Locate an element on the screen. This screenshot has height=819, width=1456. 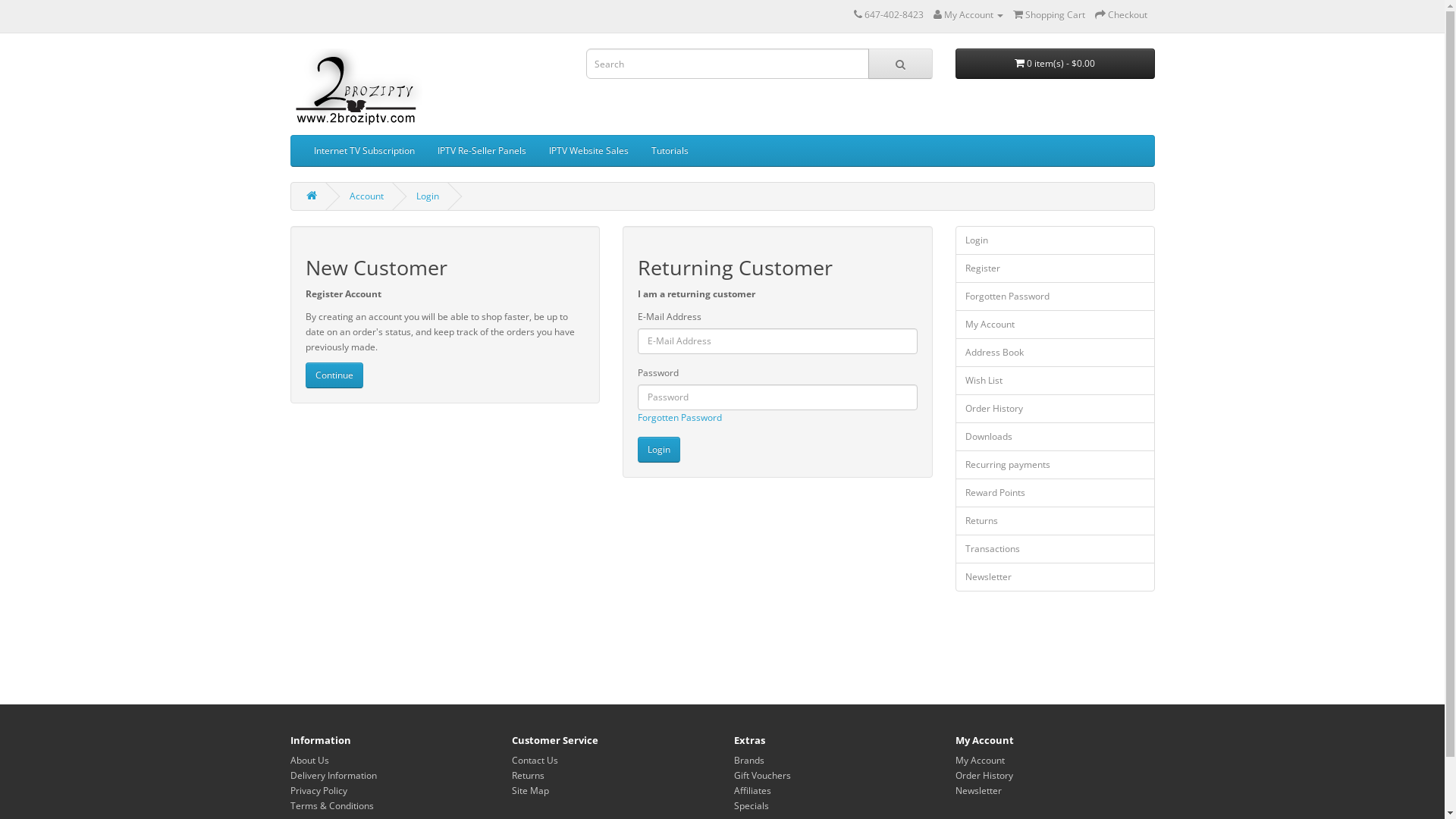
'Account' is located at coordinates (366, 195).